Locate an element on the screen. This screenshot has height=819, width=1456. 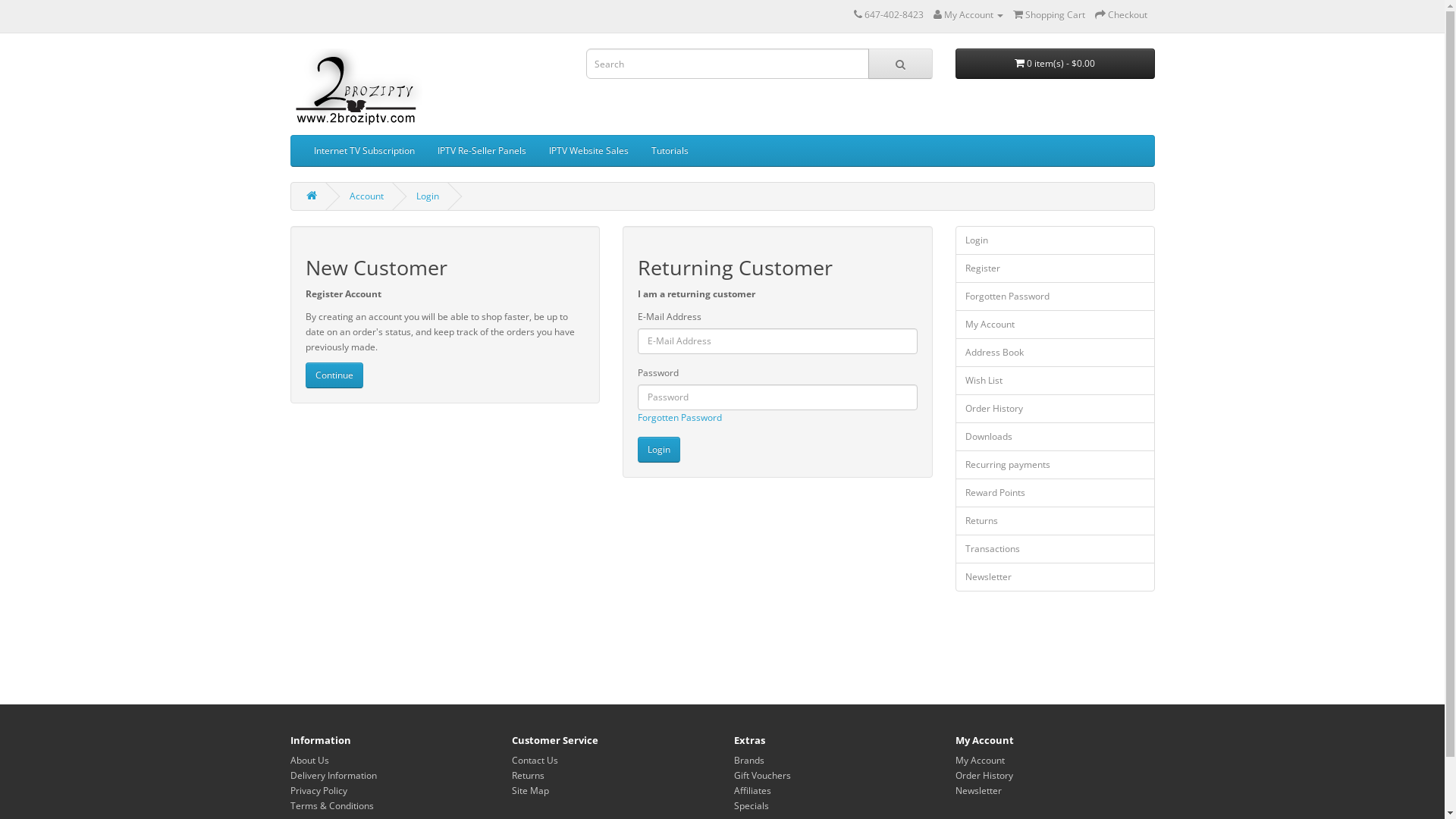
'Account' is located at coordinates (366, 195).